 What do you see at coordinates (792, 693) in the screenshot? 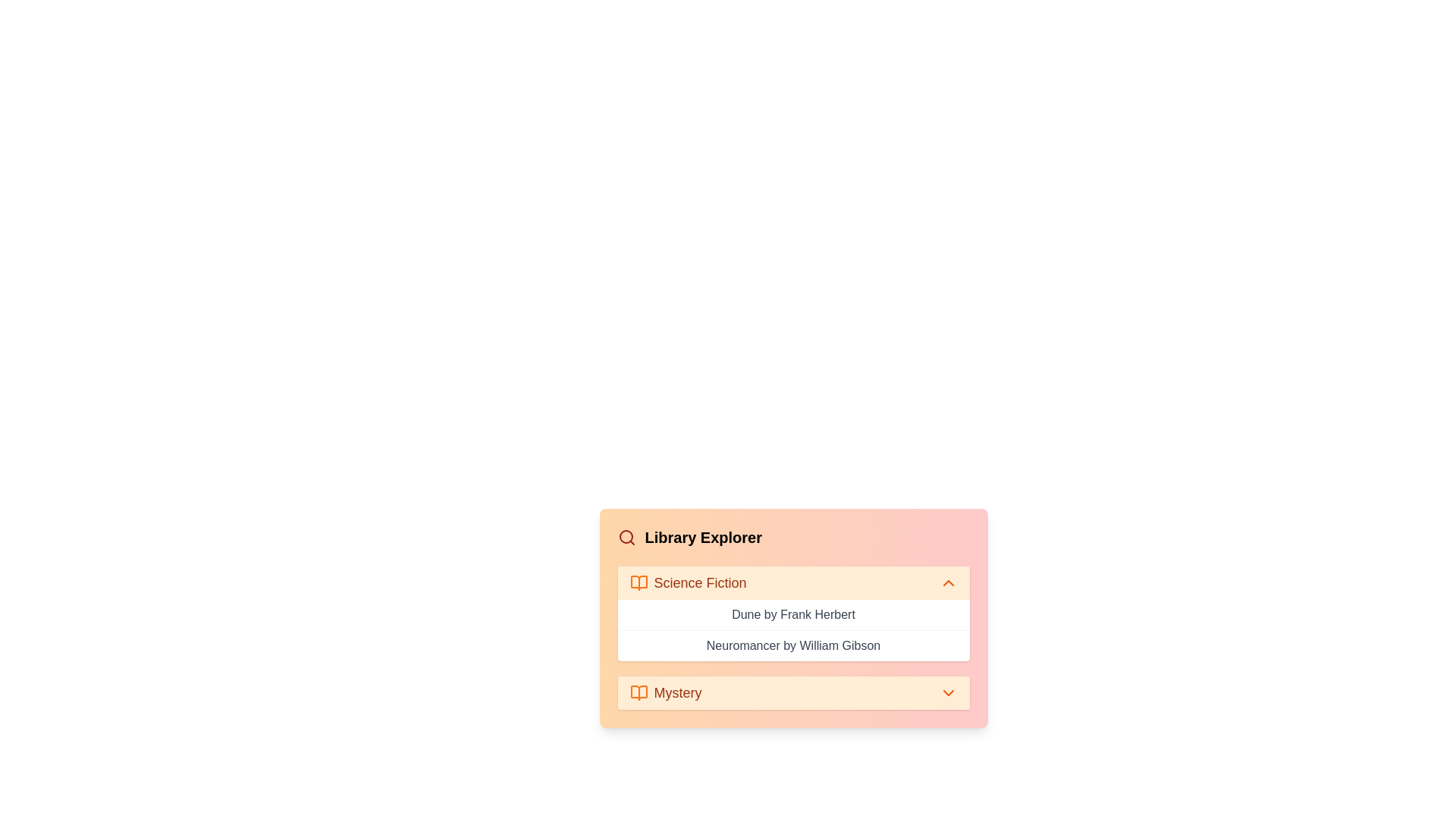
I see `the 'Mystery' category header to expand it and view its list of books` at bounding box center [792, 693].